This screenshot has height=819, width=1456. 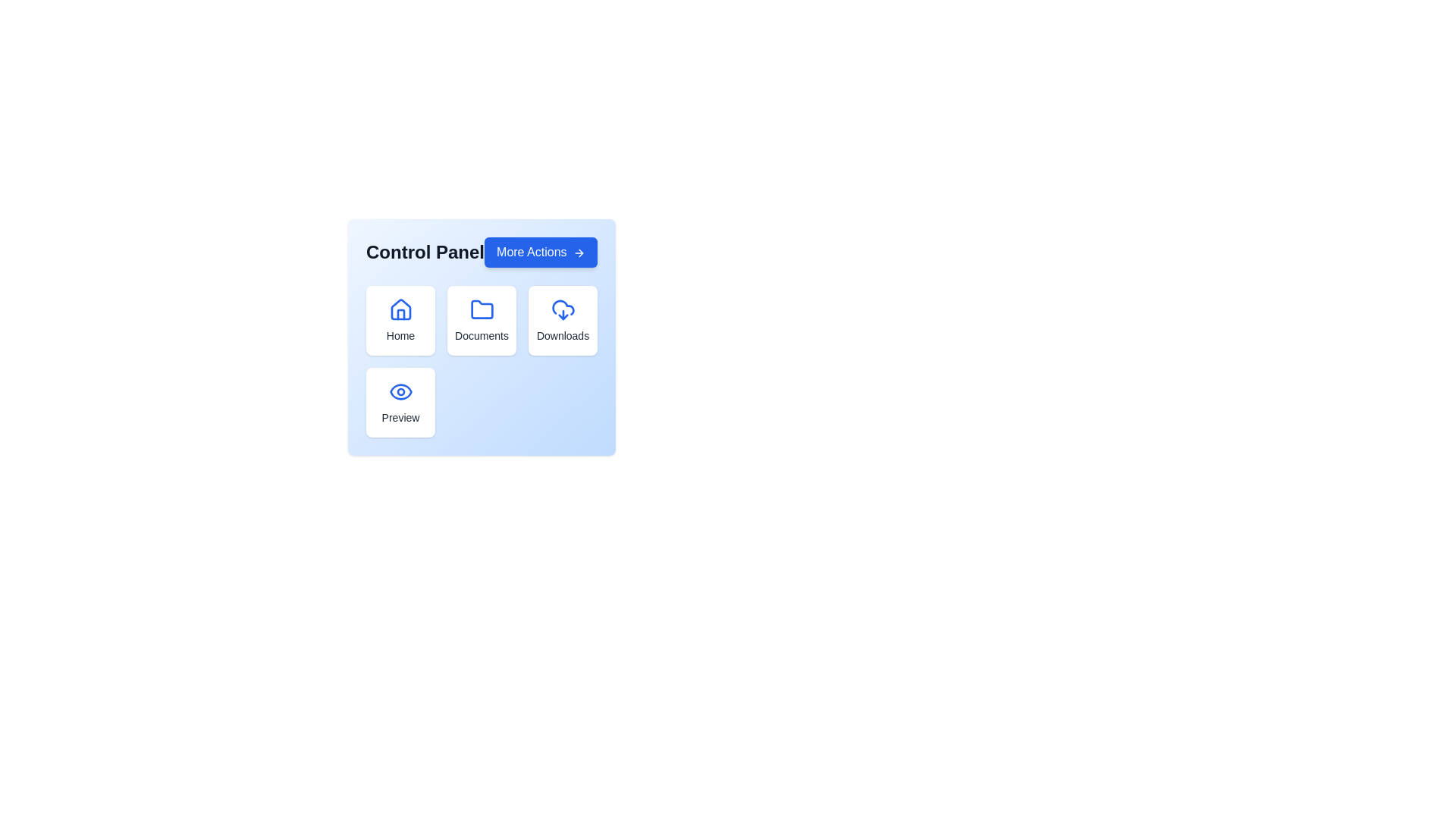 I want to click on the static text label displaying the word 'Preview', which is styled in a small-sized, medium-weight dark gray font and is located below an eye icon on an interactive card-like button, so click(x=400, y=418).